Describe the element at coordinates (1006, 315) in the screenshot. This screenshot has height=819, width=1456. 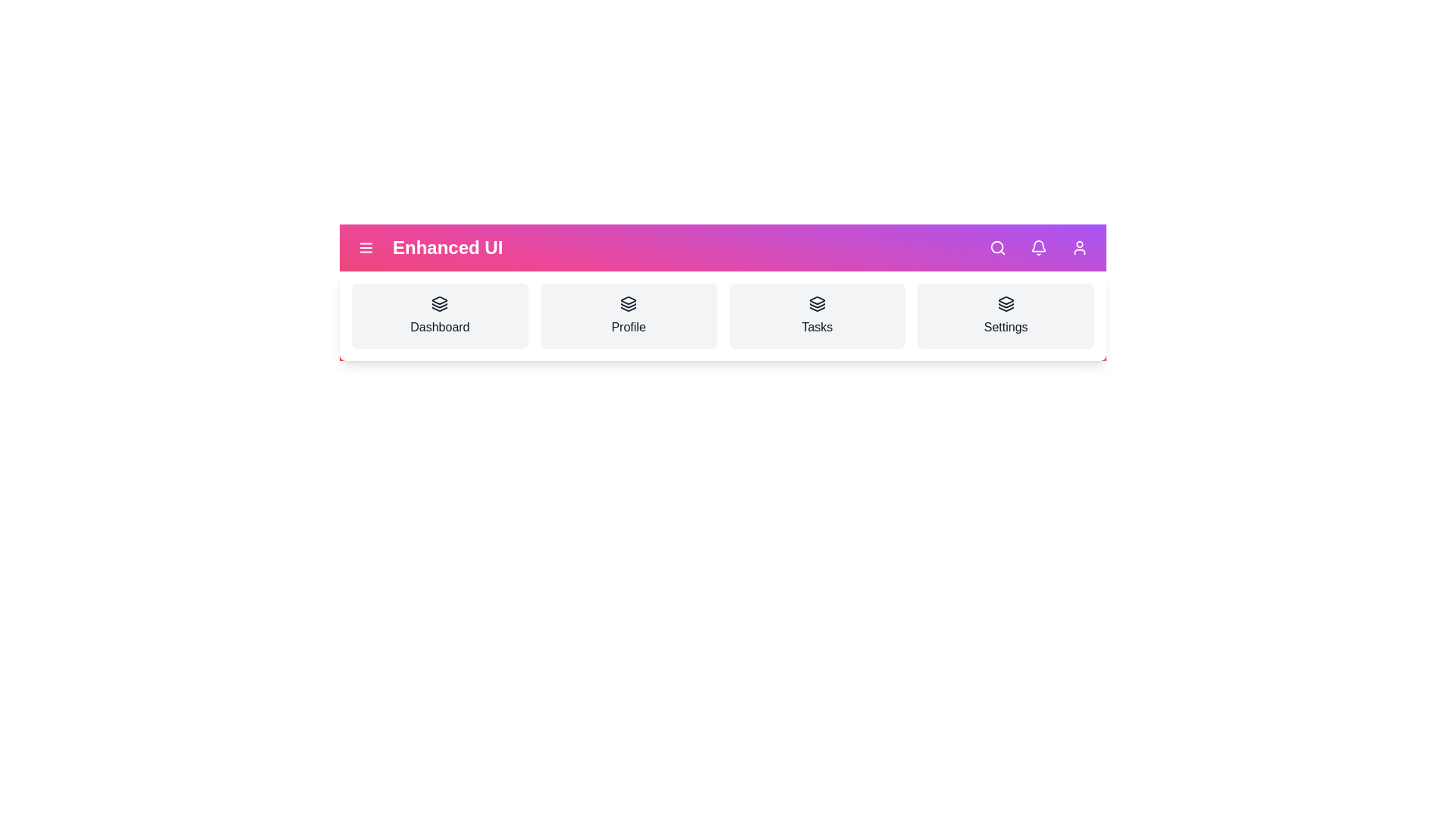
I see `the Settings link in the navigation bar` at that location.